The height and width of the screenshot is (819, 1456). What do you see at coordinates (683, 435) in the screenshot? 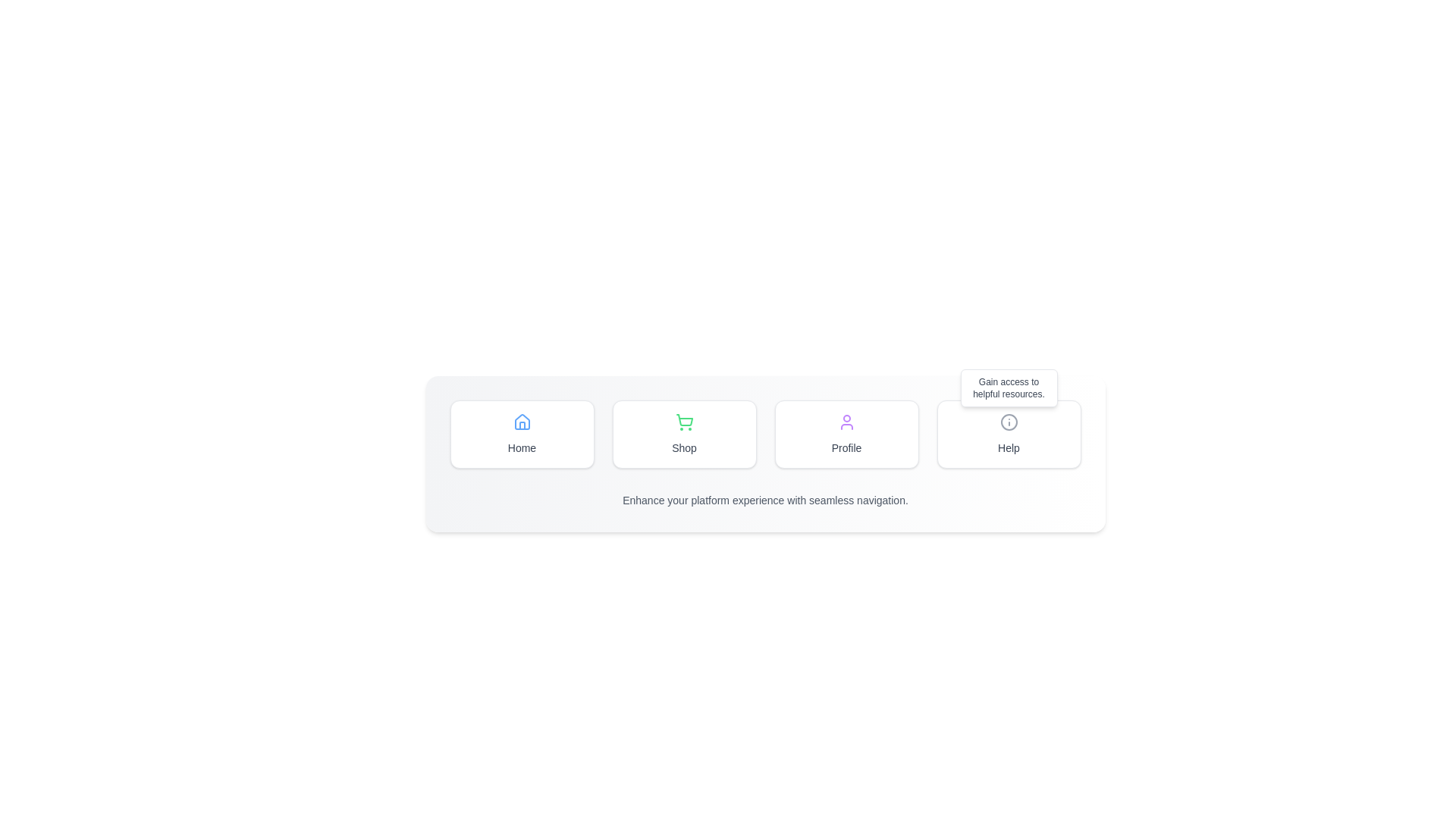
I see `the green shopping cart button labeled 'Shop'` at bounding box center [683, 435].